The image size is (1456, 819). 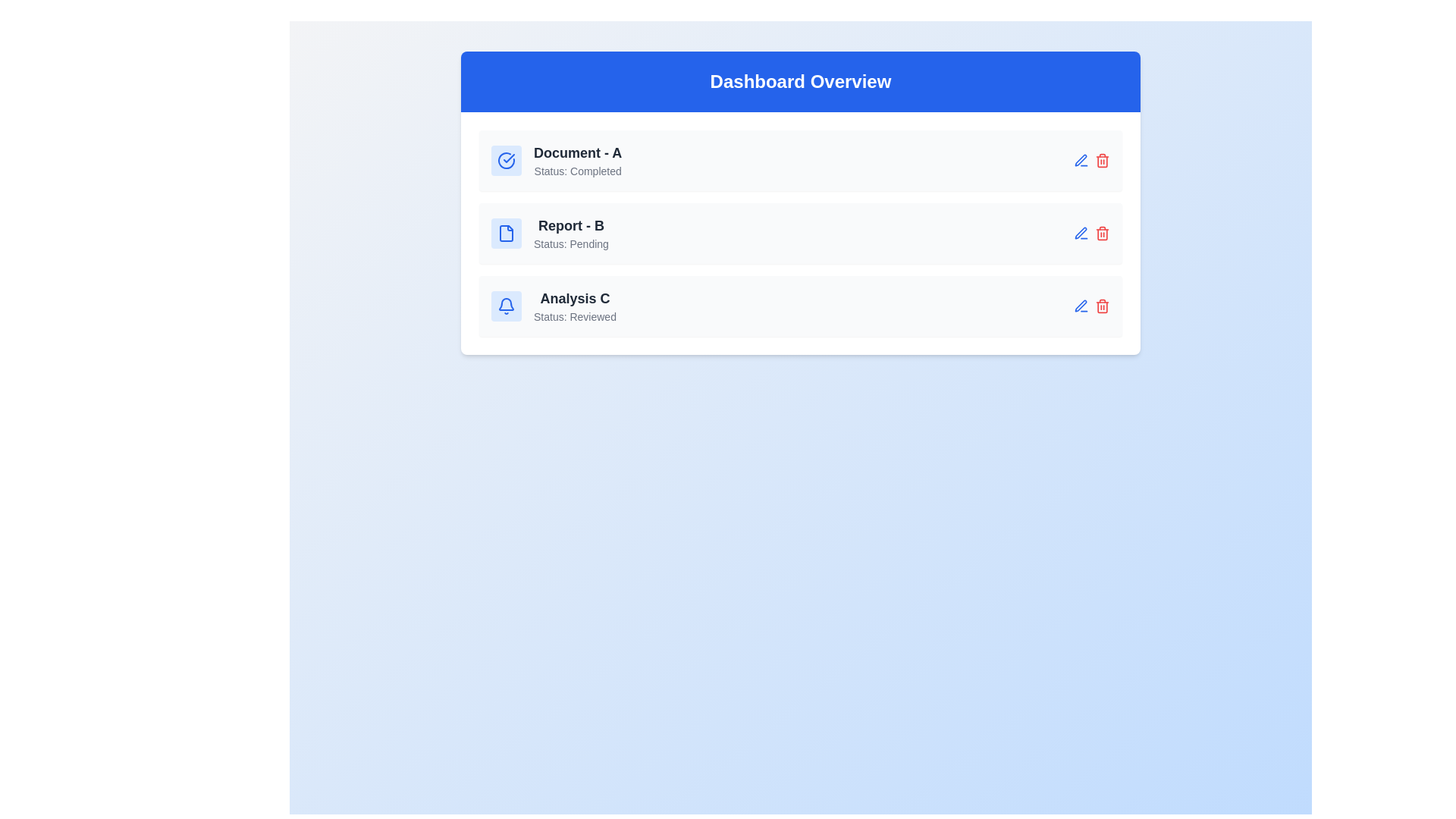 What do you see at coordinates (570, 225) in the screenshot?
I see `the static text label displaying 'Report - B', which is the second item in the list under 'Dashboard Overview'` at bounding box center [570, 225].